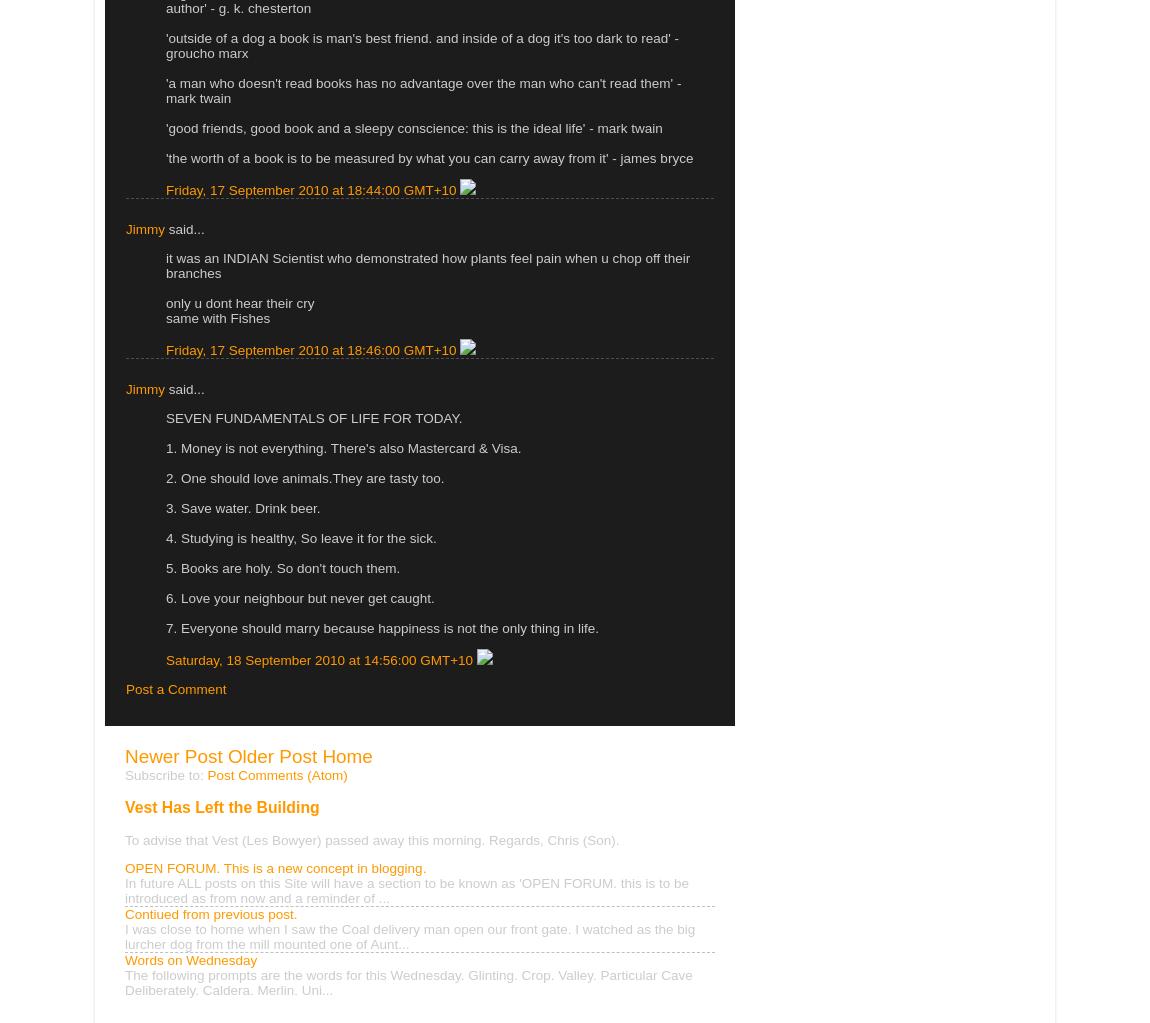 Image resolution: width=1150 pixels, height=1023 pixels. I want to click on ''outside of a dog a book is man's best friend. and inside of a dog it's too dark to read' - groucho marx', so click(164, 44).